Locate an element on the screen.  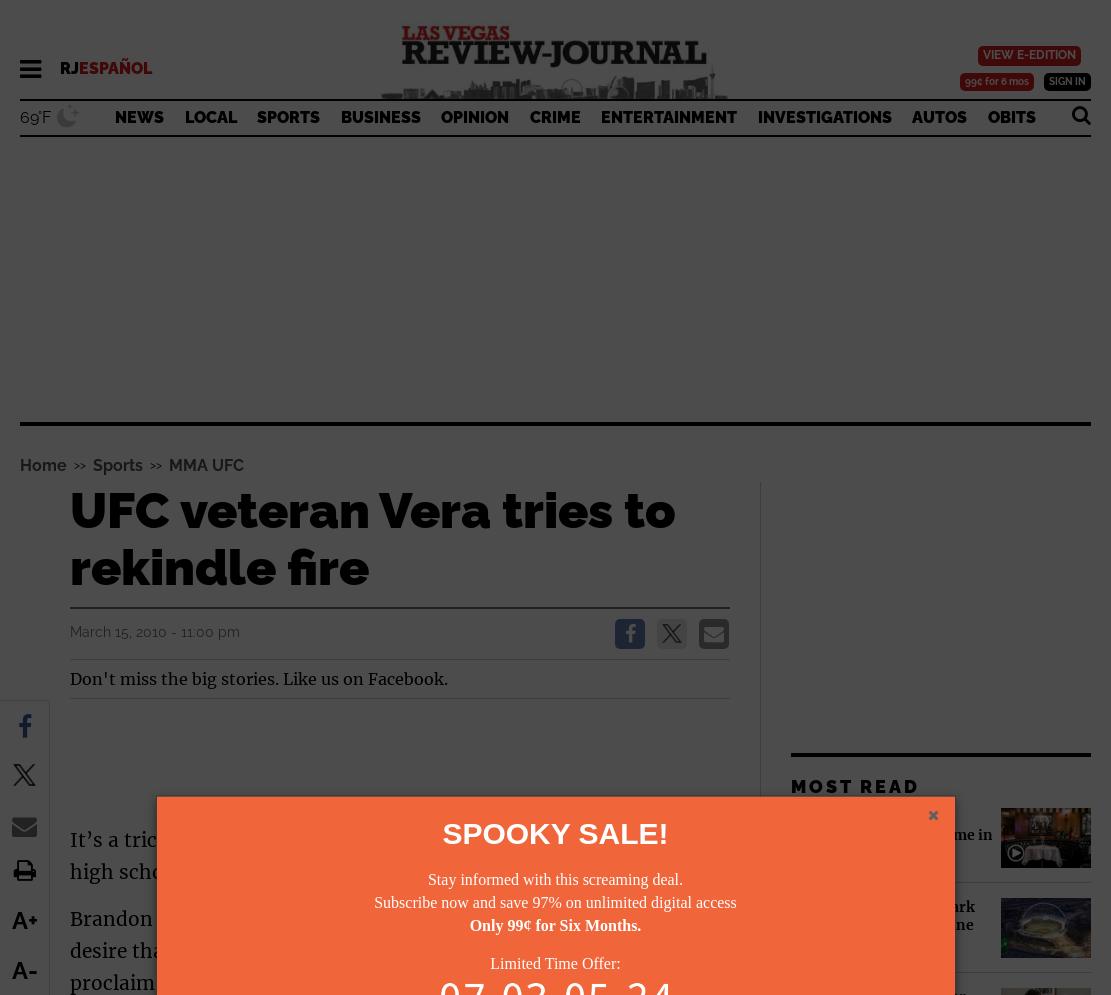
'Only 99¢ for Six Months.' is located at coordinates (467, 924).